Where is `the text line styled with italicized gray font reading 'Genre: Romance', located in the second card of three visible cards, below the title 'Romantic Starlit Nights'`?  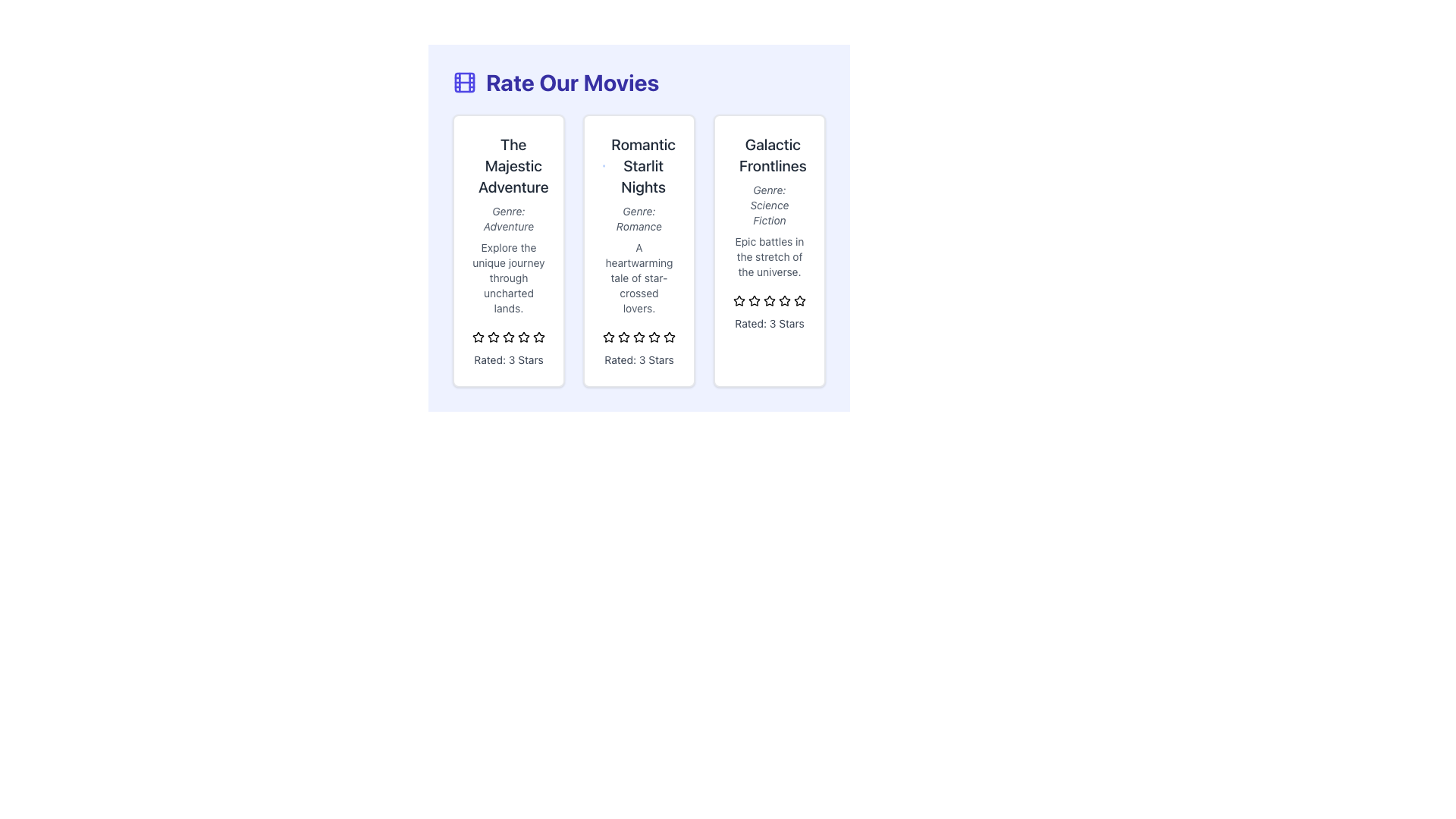 the text line styled with italicized gray font reading 'Genre: Romance', located in the second card of three visible cards, below the title 'Romantic Starlit Nights' is located at coordinates (639, 219).